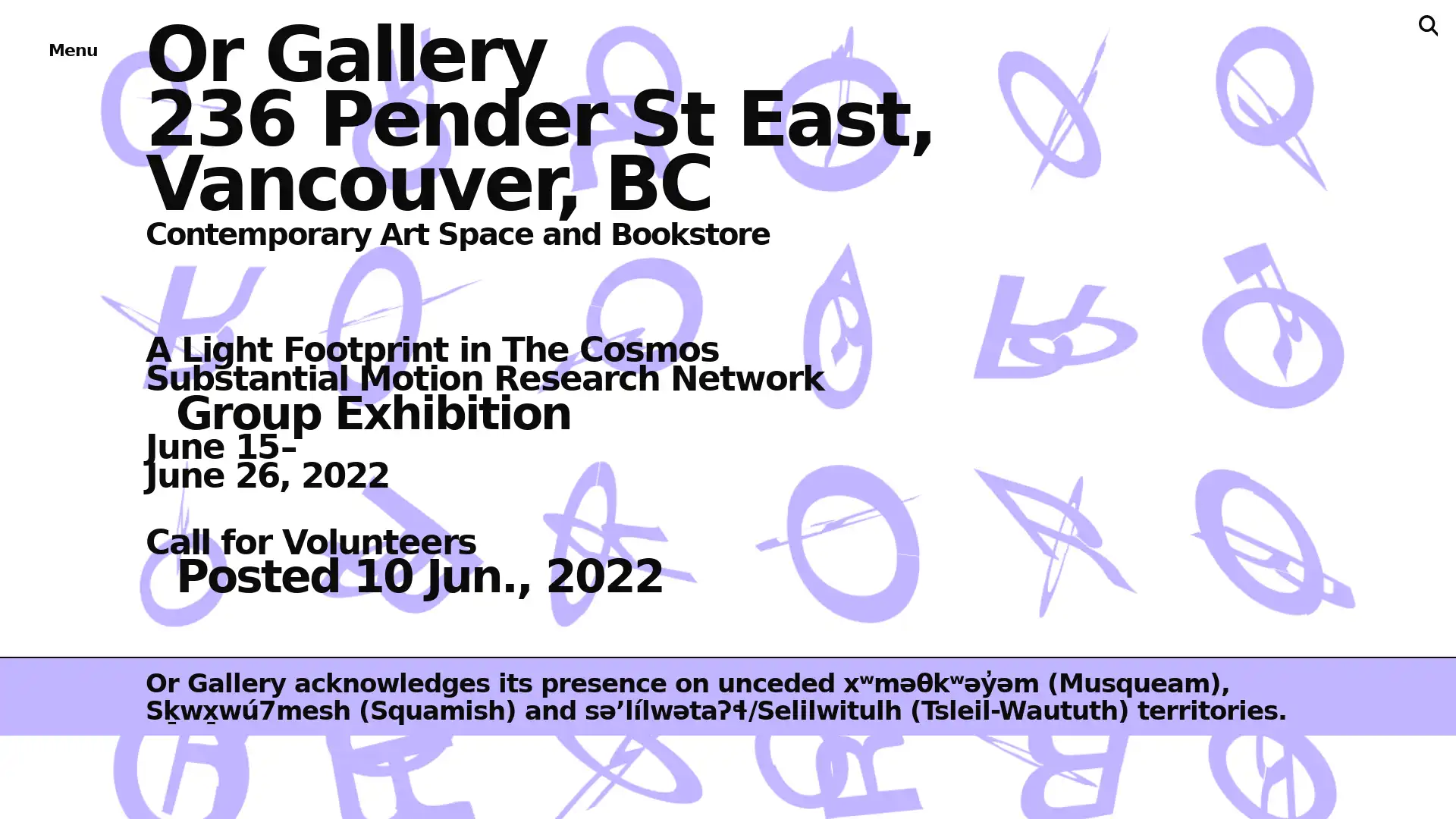 This screenshot has height=819, width=1456. I want to click on About, so click(329, 601).